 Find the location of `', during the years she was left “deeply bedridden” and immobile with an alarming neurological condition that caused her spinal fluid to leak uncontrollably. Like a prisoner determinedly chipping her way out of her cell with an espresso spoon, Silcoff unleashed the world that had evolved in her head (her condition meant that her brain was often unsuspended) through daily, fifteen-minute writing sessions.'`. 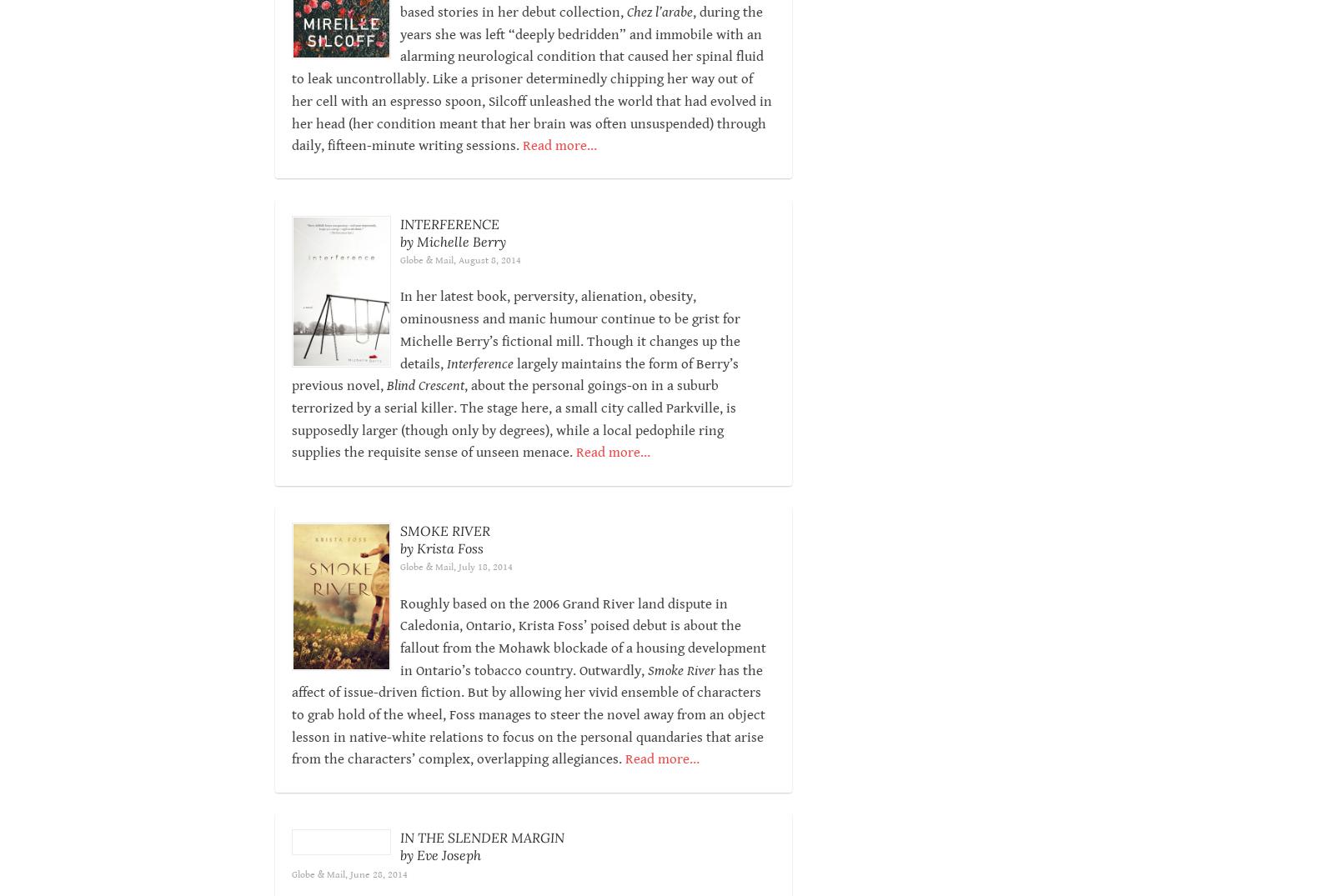

', during the years she was left “deeply bedridden” and immobile with an alarming neurological condition that caused her spinal fluid to leak uncontrollably. Like a prisoner determinedly chipping her way out of her cell with an espresso spoon, Silcoff unleashed the world that had evolved in her head (her condition meant that her brain was often unsuspended) through daily, fifteen-minute writing sessions.' is located at coordinates (531, 100).